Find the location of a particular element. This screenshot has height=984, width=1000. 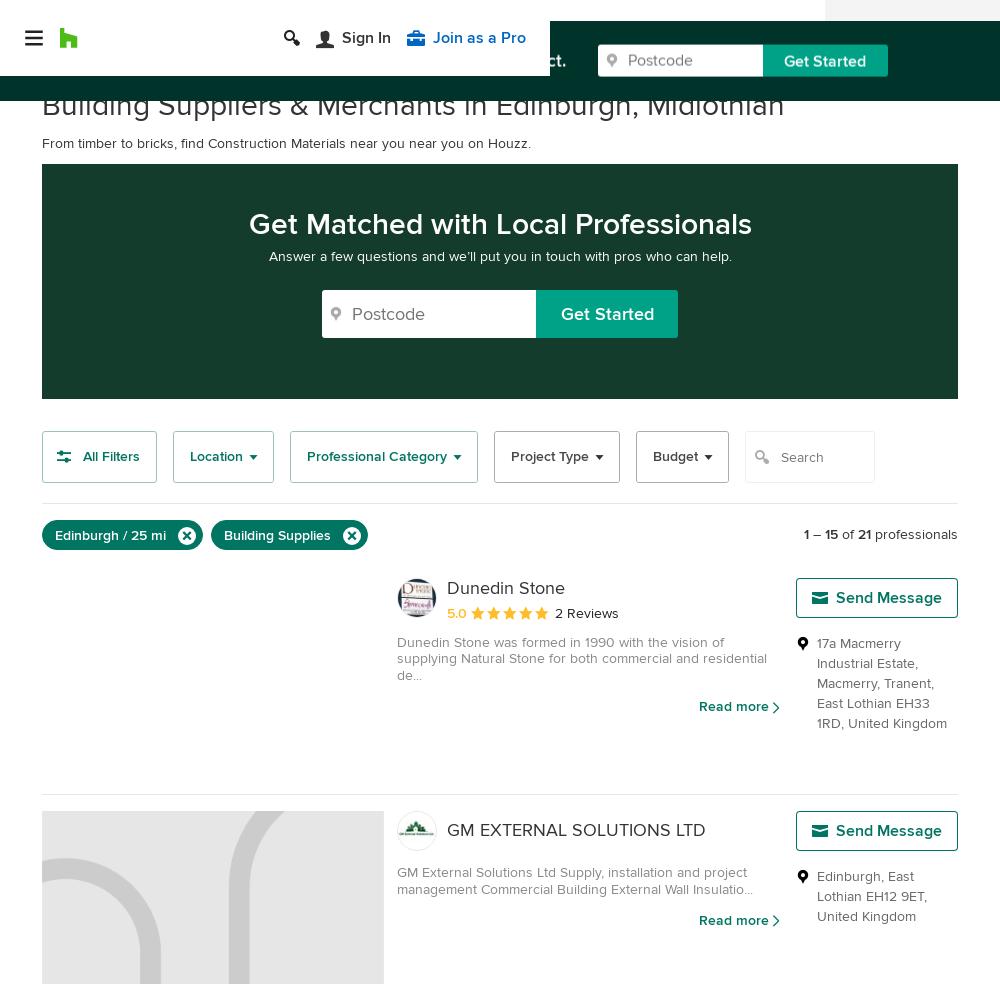

'Sign In' is located at coordinates (365, 35).